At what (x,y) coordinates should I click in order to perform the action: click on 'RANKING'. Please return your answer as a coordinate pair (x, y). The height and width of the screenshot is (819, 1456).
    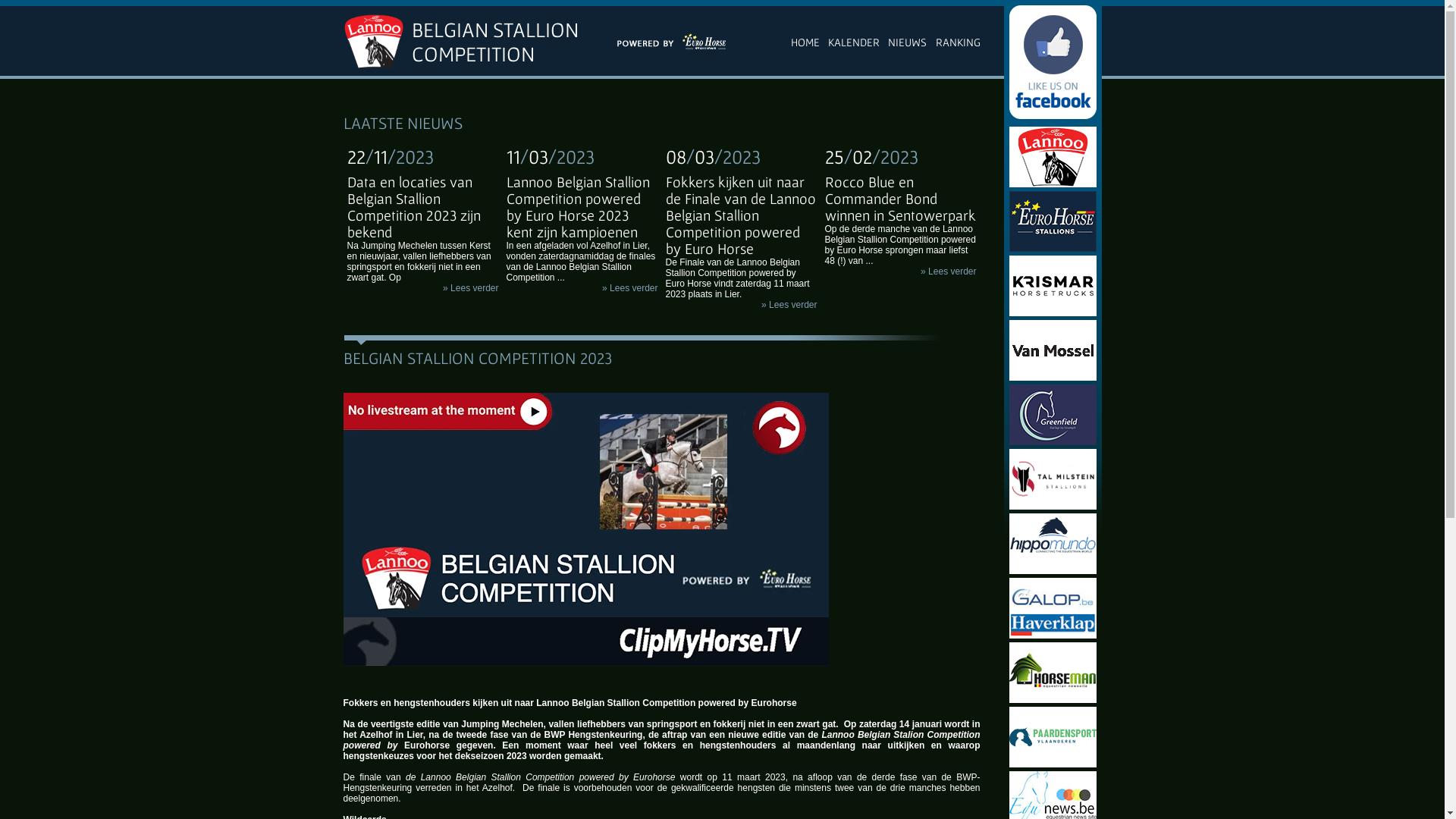
    Looking at the image, I should click on (957, 40).